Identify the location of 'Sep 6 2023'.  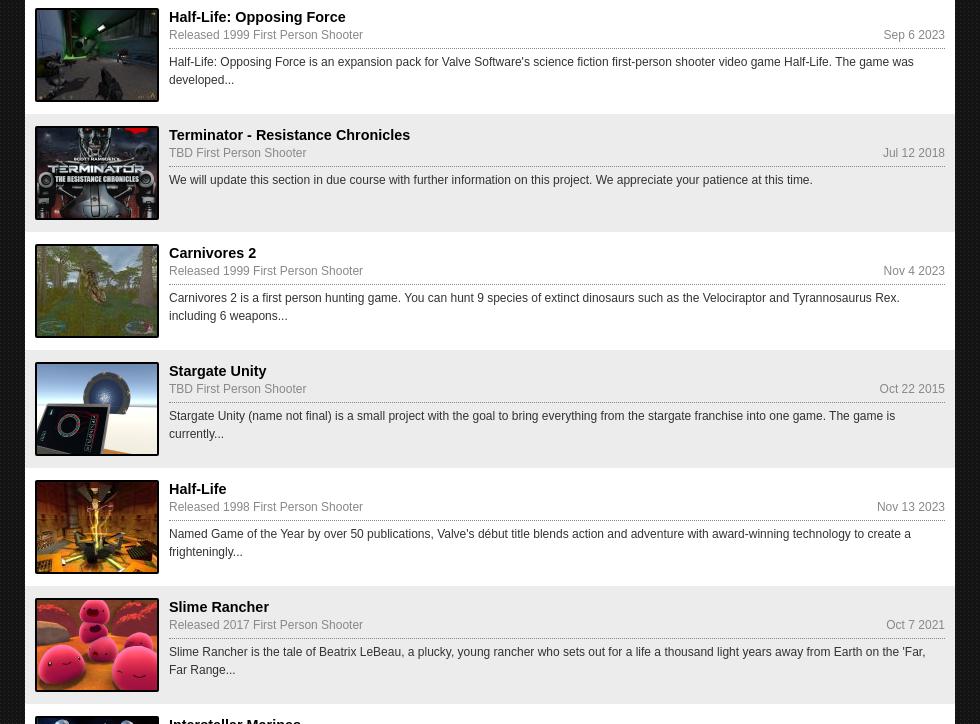
(914, 34).